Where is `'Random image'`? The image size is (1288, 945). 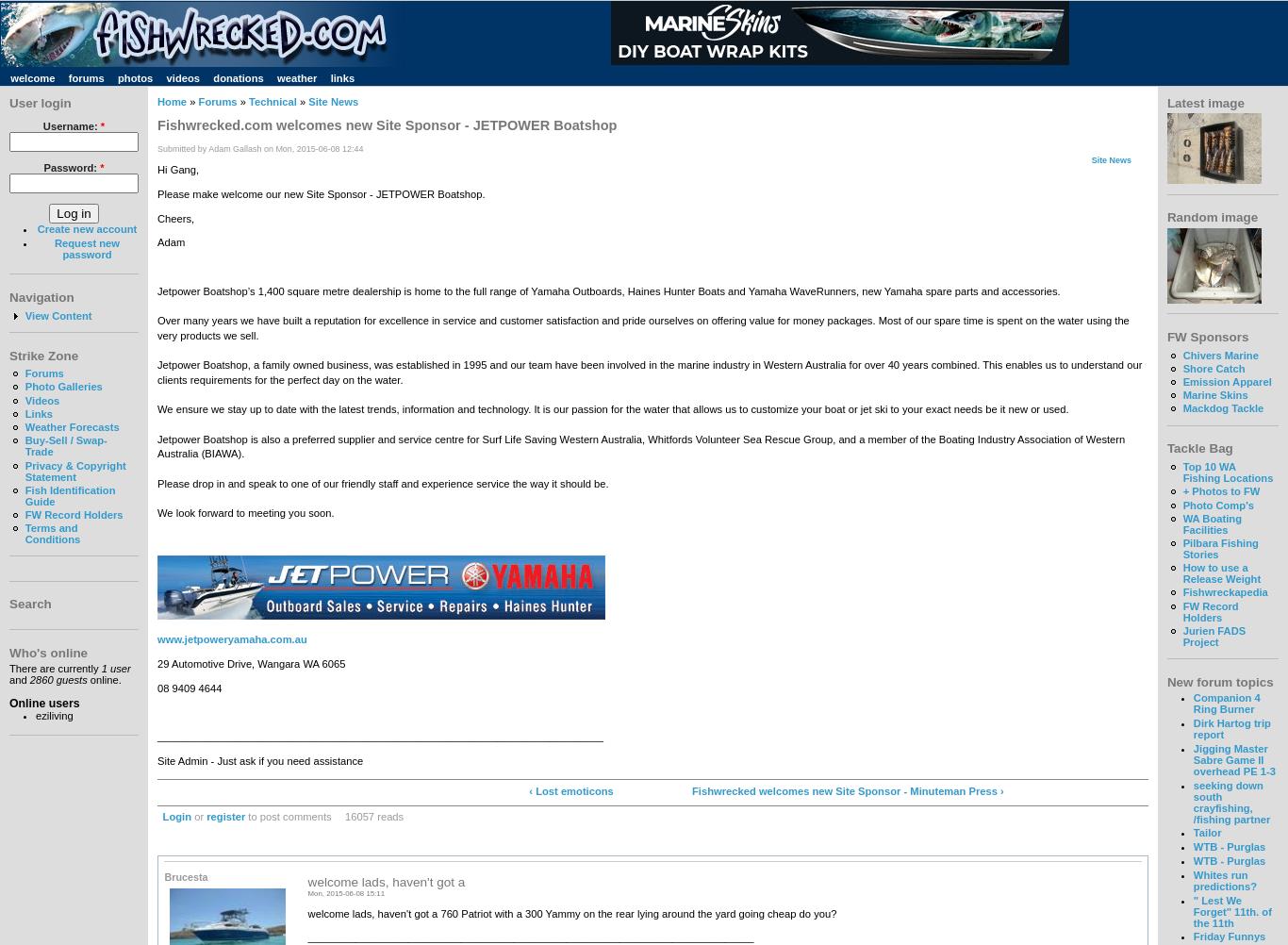 'Random image' is located at coordinates (1211, 217).